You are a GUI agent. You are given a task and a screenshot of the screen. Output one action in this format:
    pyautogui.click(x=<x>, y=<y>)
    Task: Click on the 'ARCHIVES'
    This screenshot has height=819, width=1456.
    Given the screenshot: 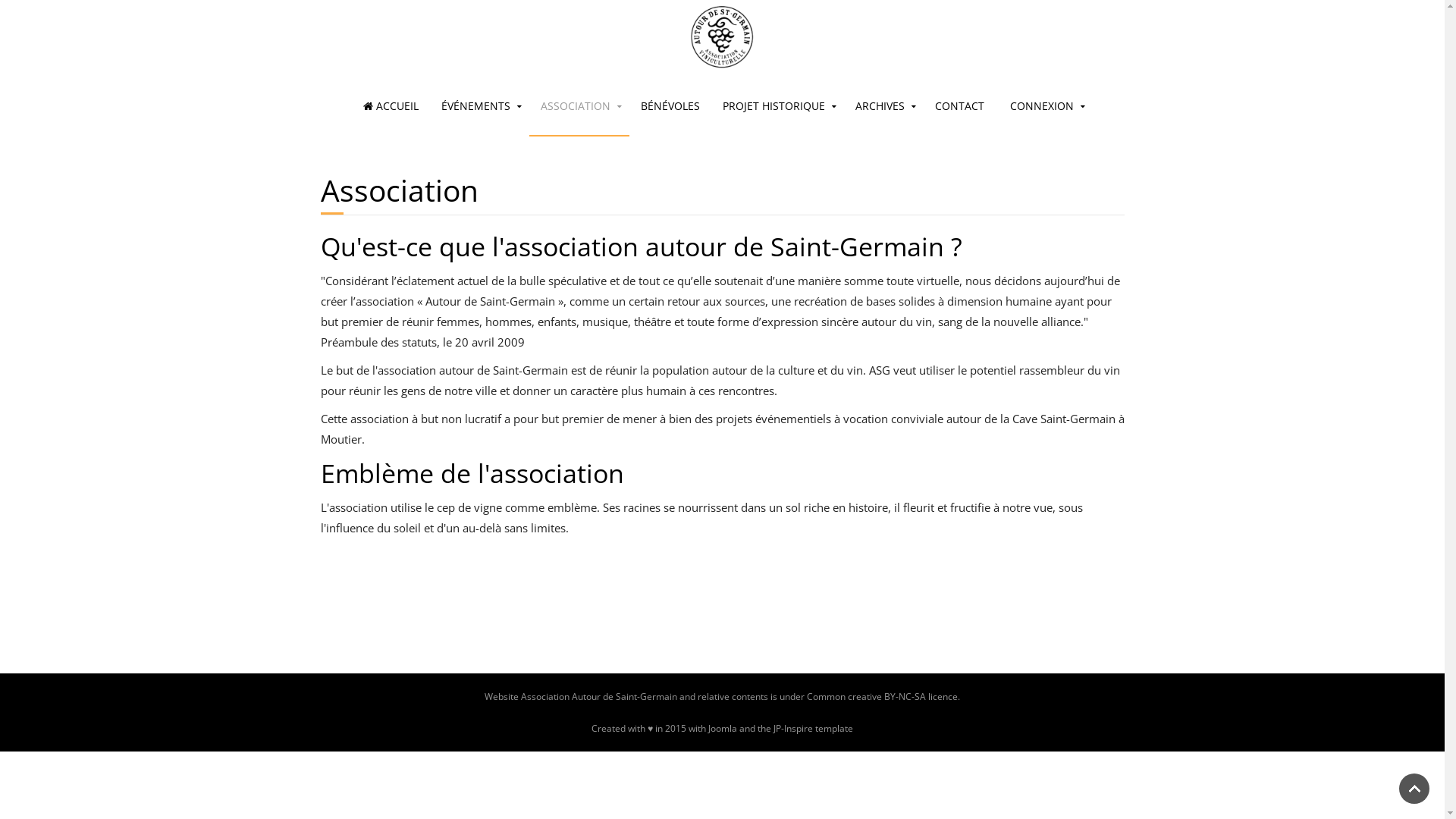 What is the action you would take?
    pyautogui.click(x=883, y=105)
    